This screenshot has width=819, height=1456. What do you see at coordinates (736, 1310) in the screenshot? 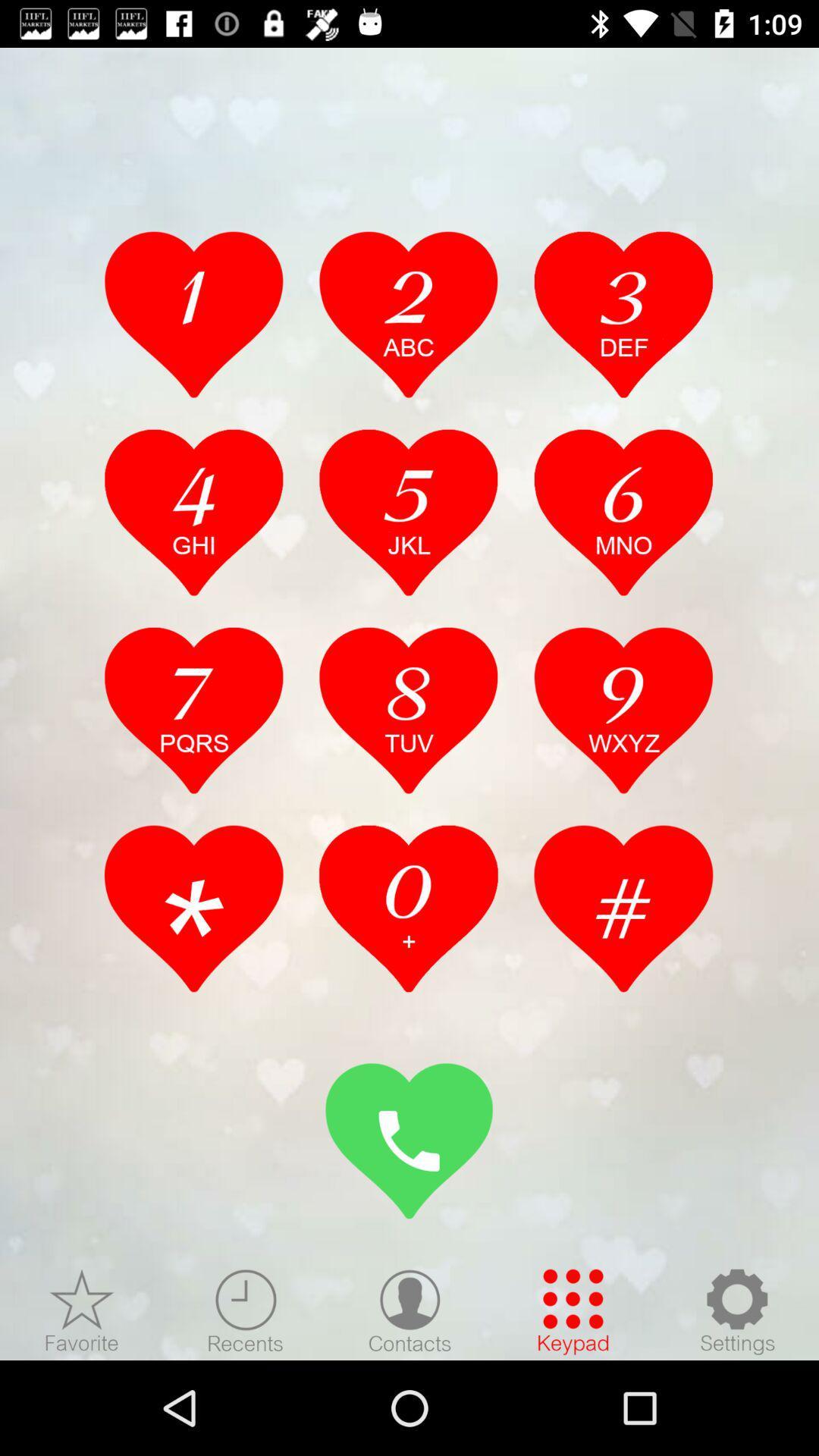
I see `settings` at bounding box center [736, 1310].